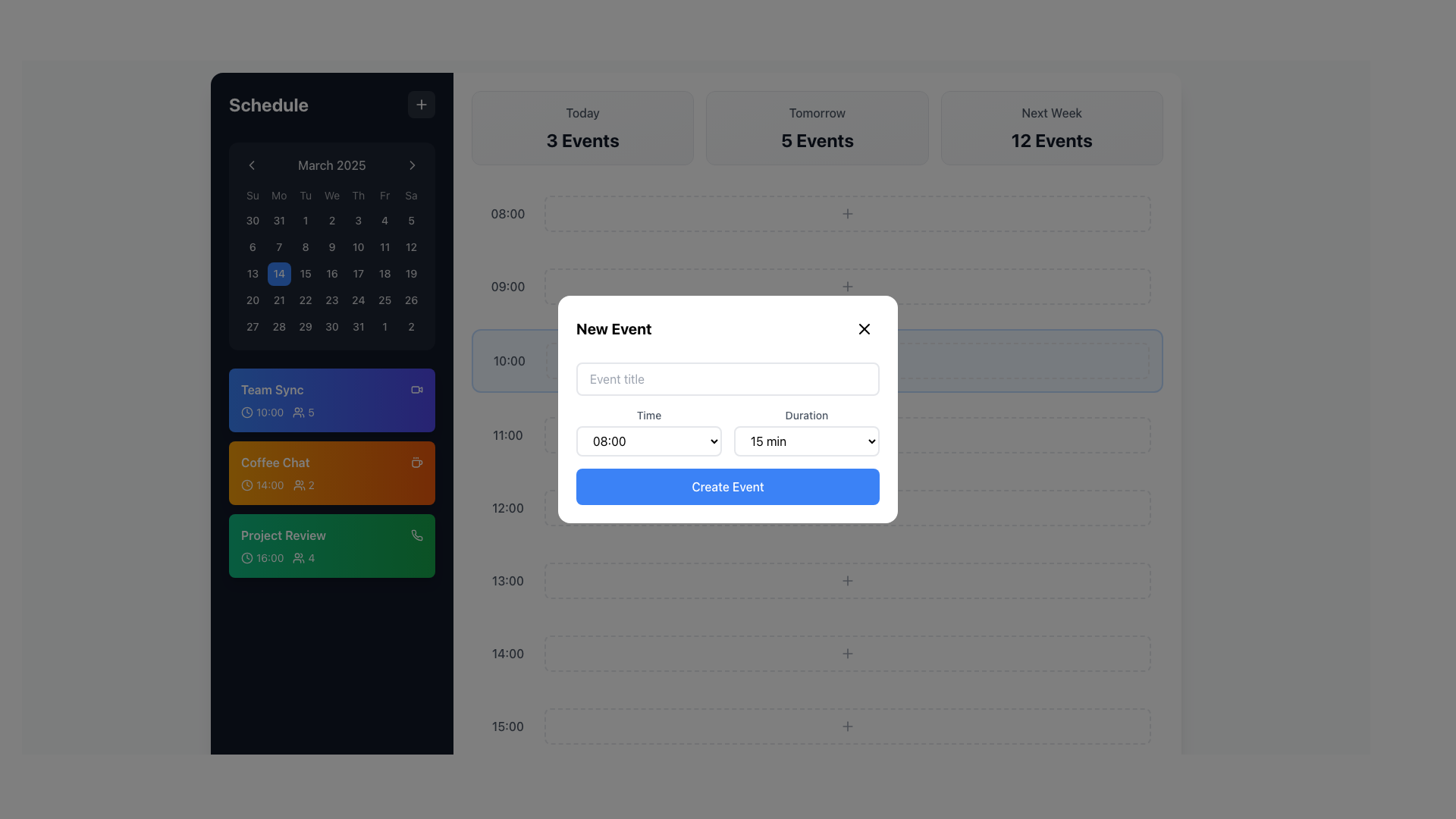 The image size is (1456, 819). Describe the element at coordinates (299, 413) in the screenshot. I see `the minimalistic group of users icon with a white outline on a dark blue background located in the 'Team Sync' block, positioned to the left of the number '5'` at that location.